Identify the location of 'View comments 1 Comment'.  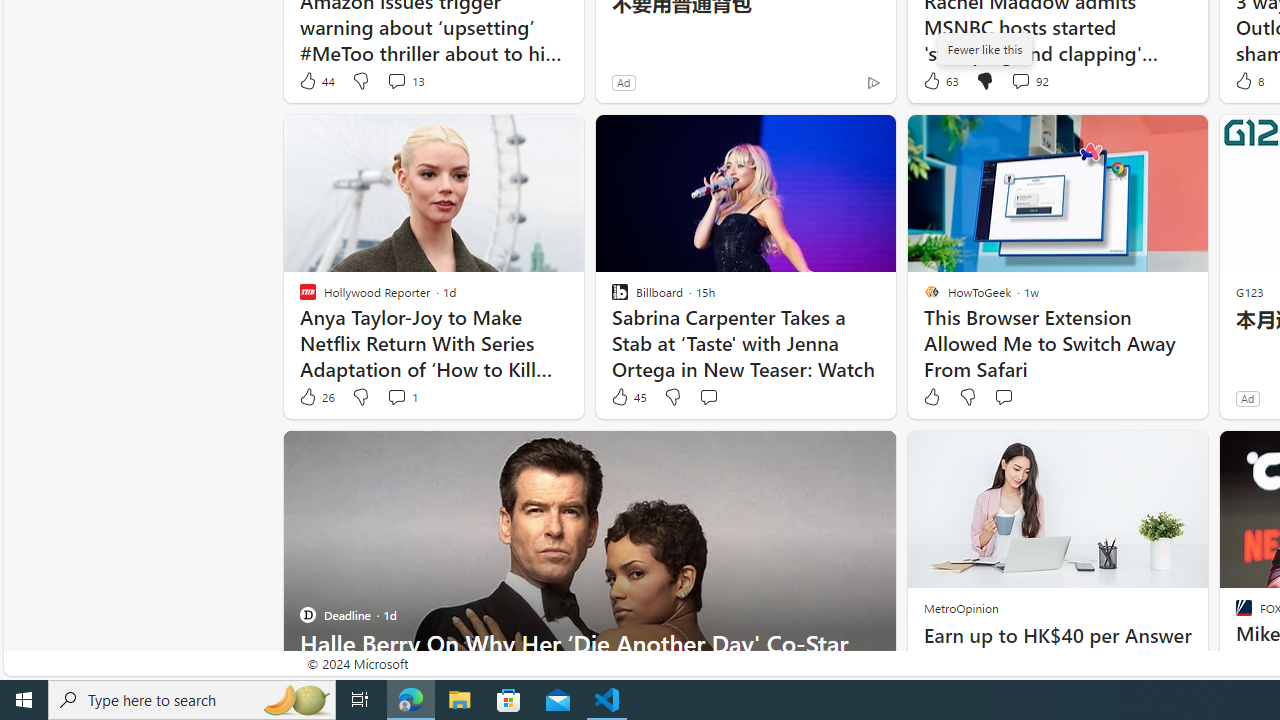
(396, 397).